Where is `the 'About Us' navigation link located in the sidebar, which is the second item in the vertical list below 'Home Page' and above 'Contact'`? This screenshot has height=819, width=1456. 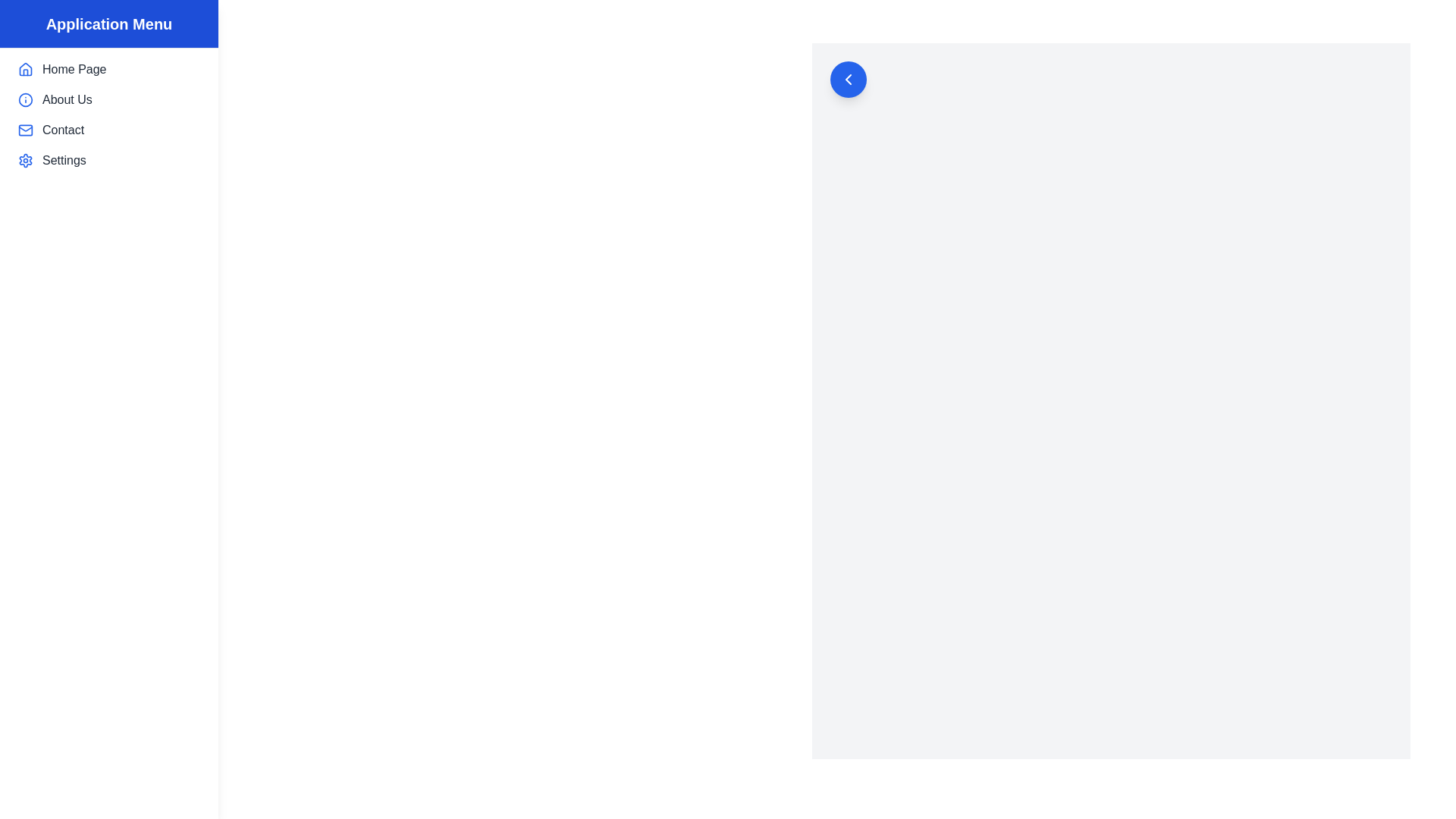 the 'About Us' navigation link located in the sidebar, which is the second item in the vertical list below 'Home Page' and above 'Contact' is located at coordinates (108, 99).